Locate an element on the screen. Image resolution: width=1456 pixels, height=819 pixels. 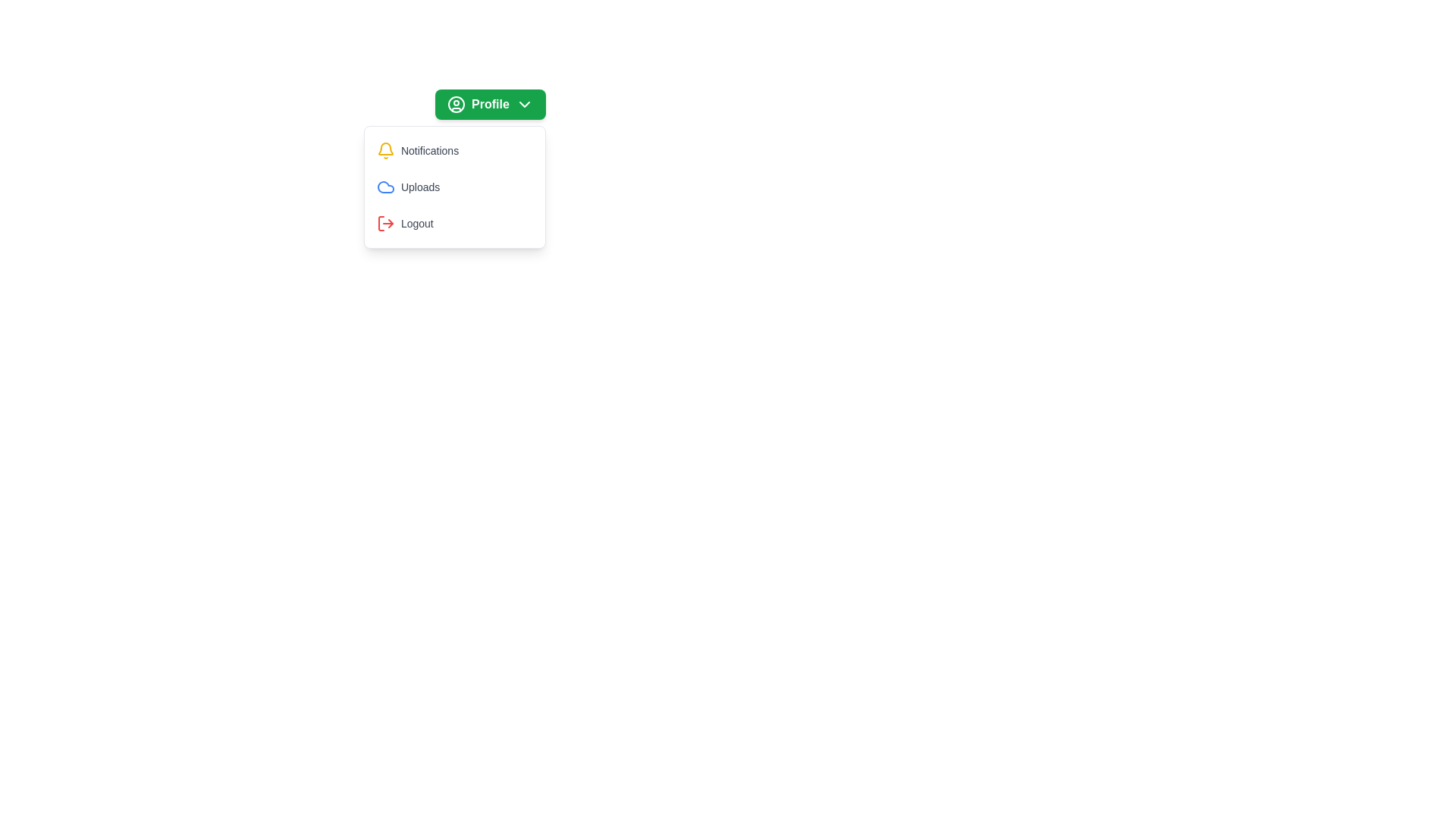
the 'Logout' option in the menu is located at coordinates (453, 223).